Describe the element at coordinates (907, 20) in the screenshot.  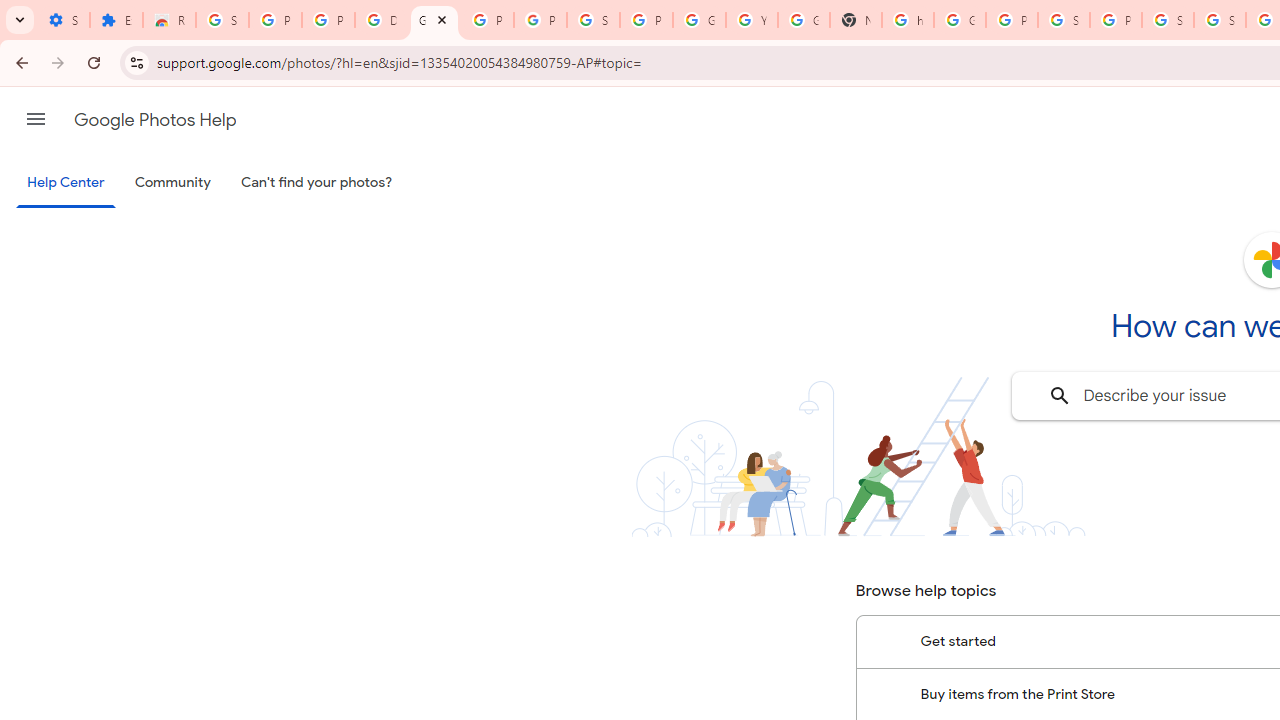
I see `'https://scholar.google.com/'` at that location.